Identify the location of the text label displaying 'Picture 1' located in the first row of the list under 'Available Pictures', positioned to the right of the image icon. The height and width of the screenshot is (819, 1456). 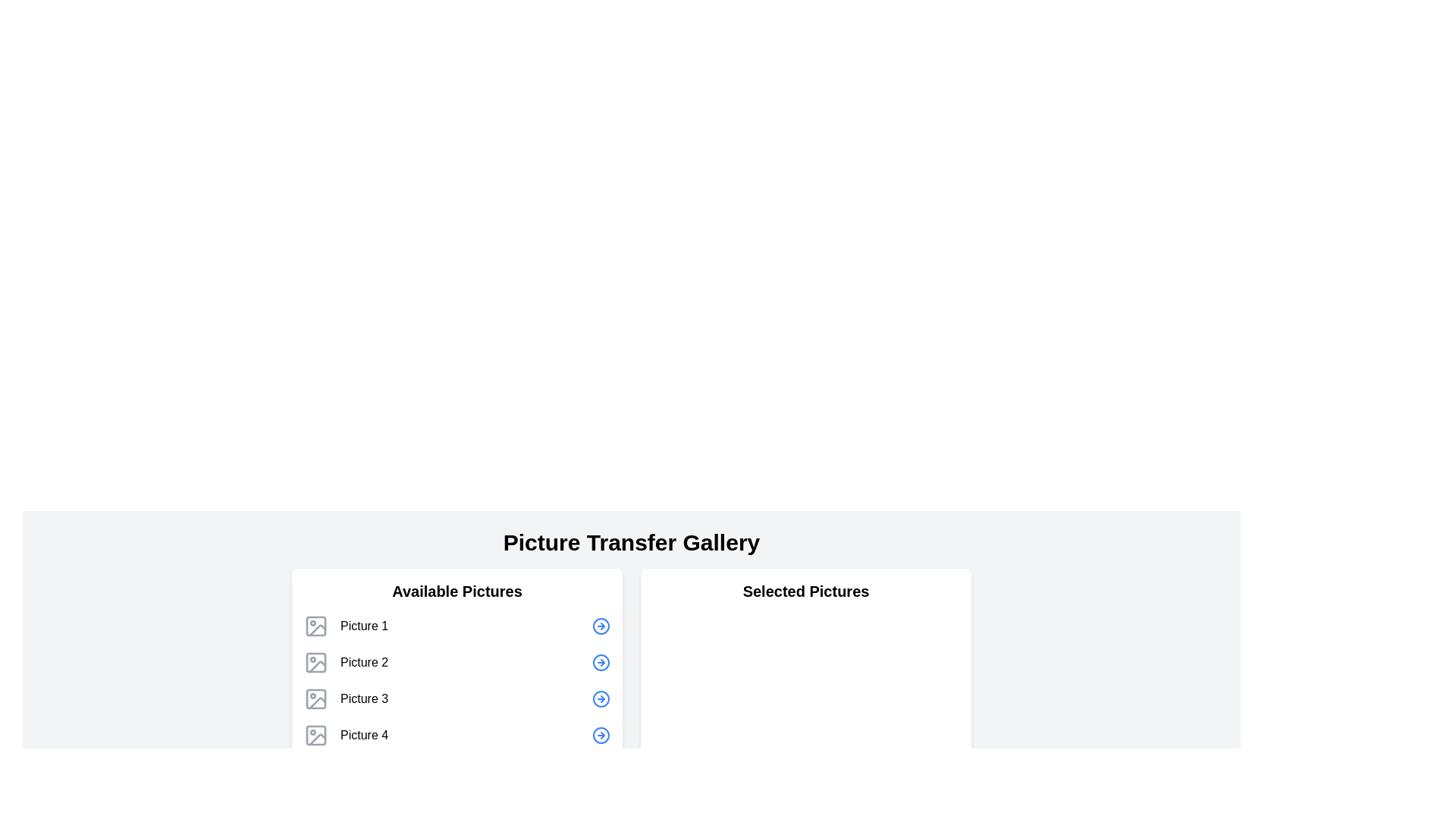
(364, 626).